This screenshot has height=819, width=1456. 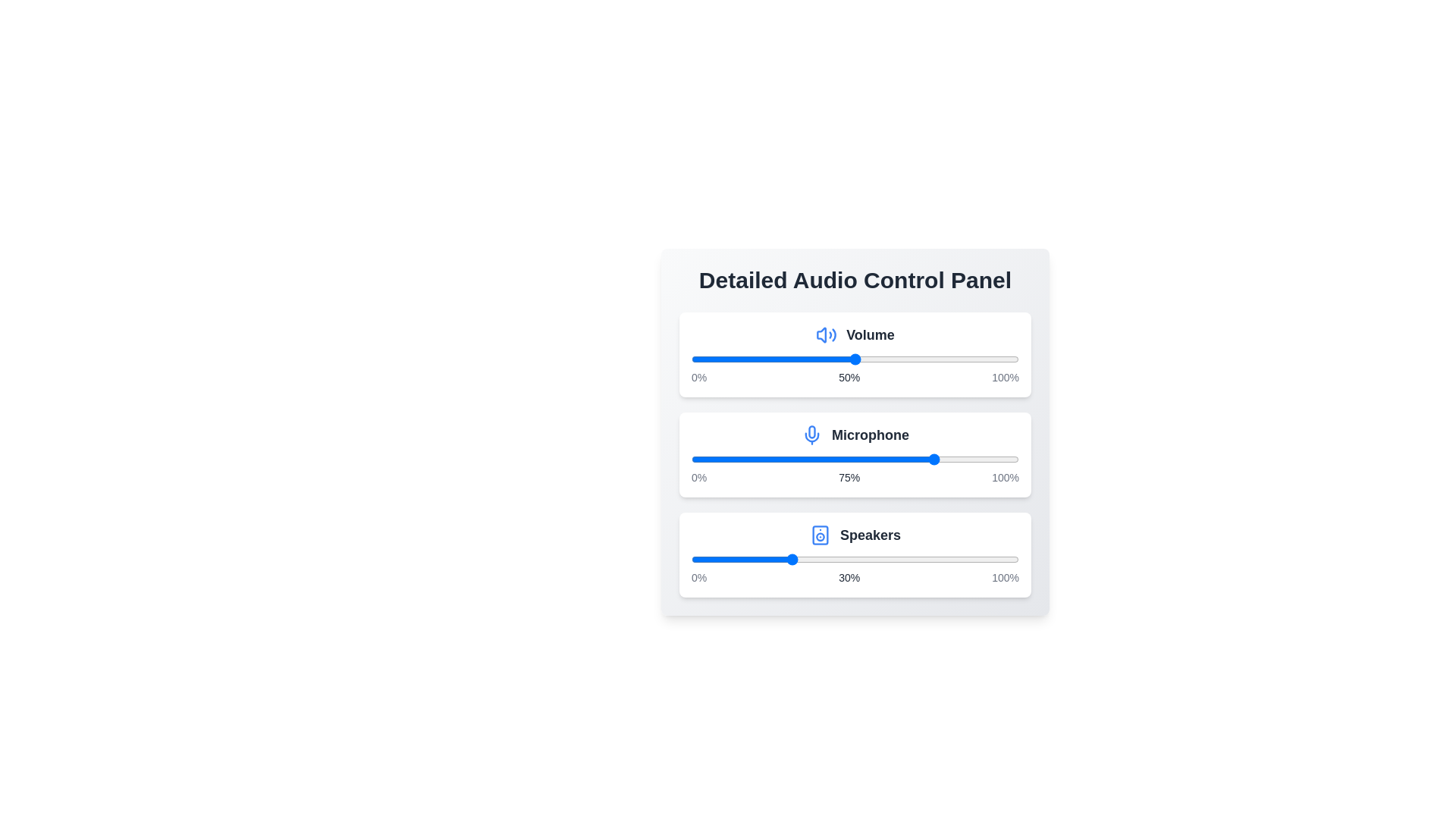 I want to click on the volume slider to 84%, so click(x=965, y=359).